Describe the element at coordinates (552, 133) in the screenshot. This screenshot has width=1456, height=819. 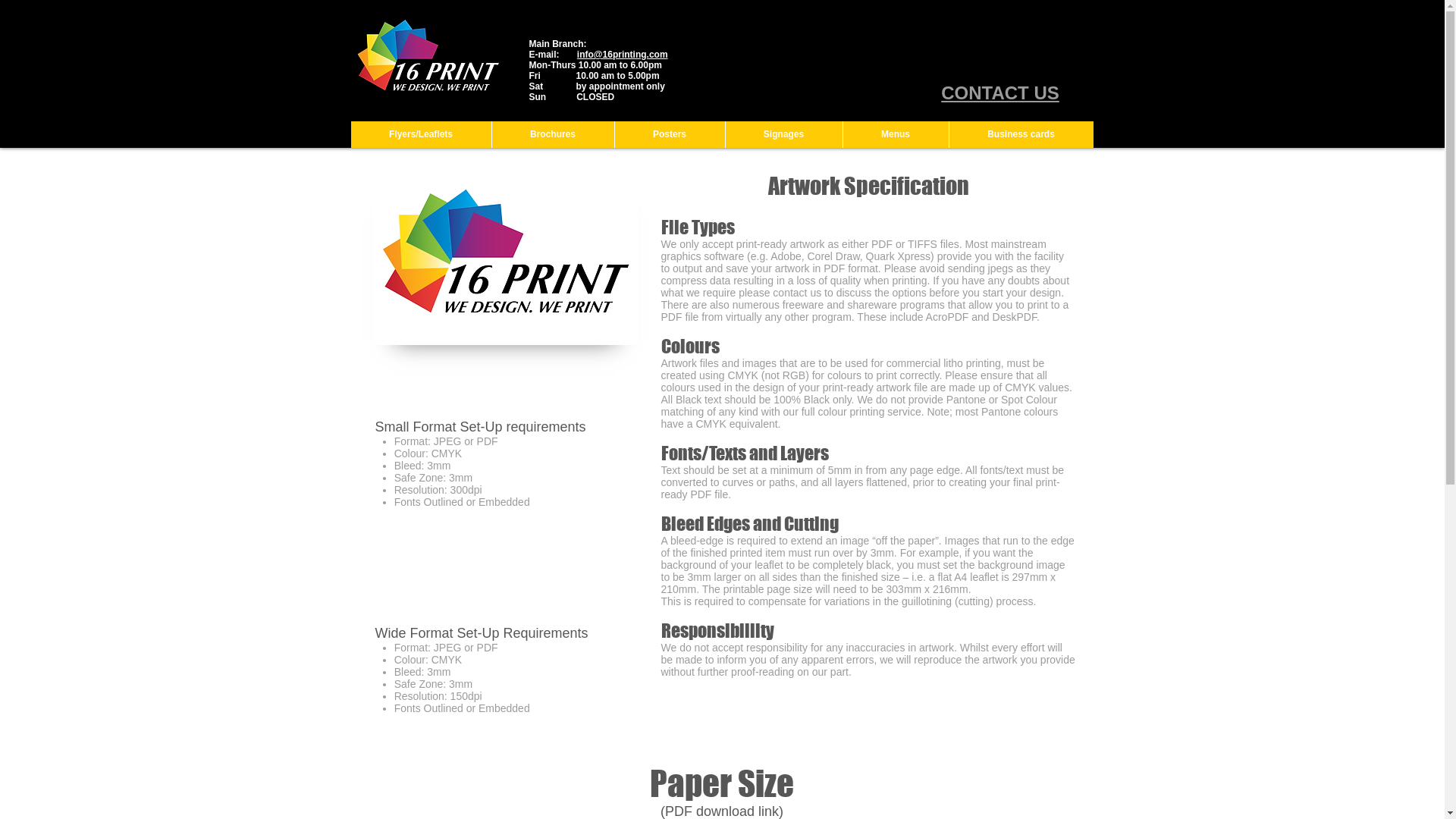
I see `'Brochures'` at that location.